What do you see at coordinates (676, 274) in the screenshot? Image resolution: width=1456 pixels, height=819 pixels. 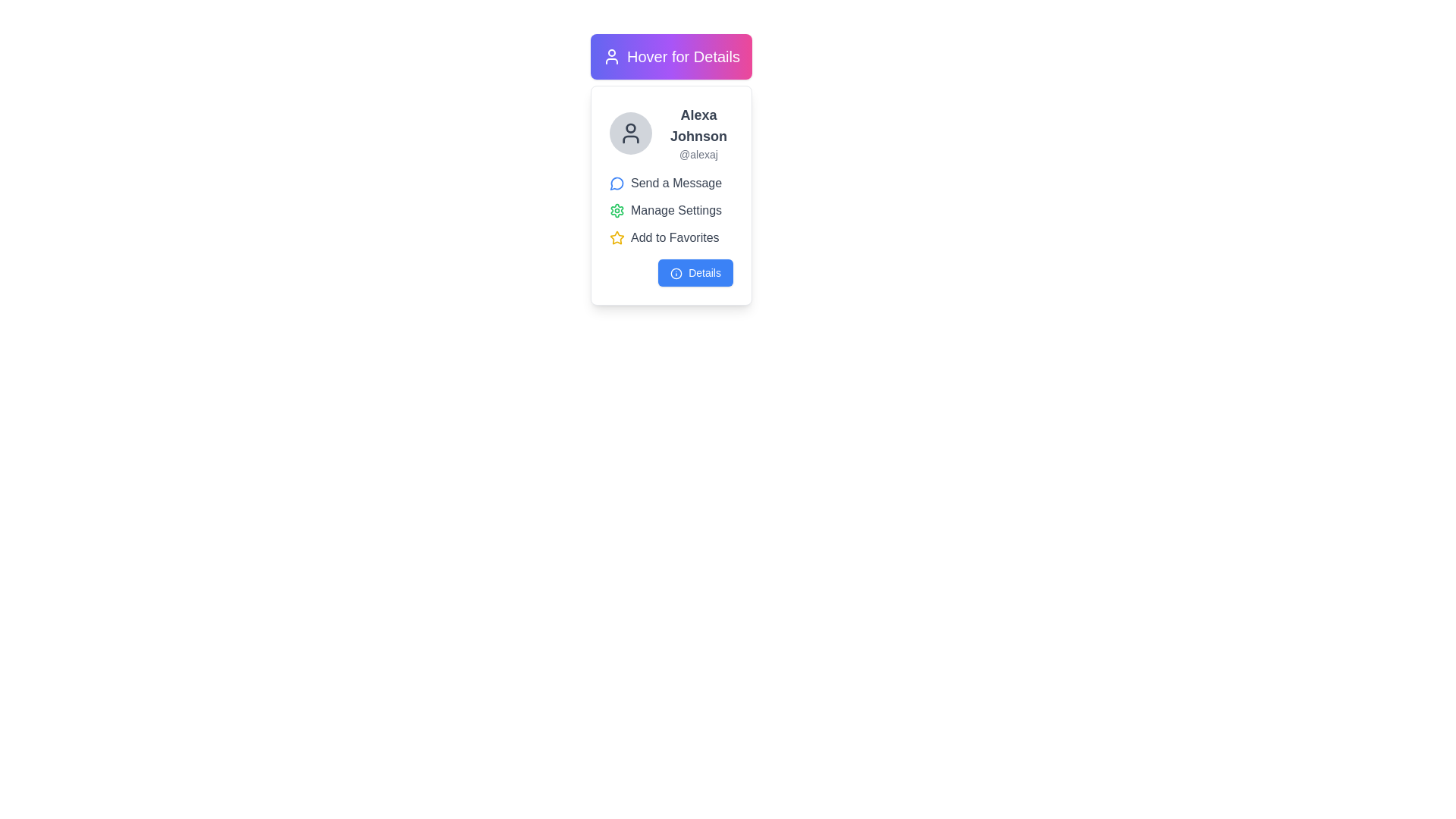 I see `the informational icon located to the left of the 'Details' button at the lower part of the card` at bounding box center [676, 274].